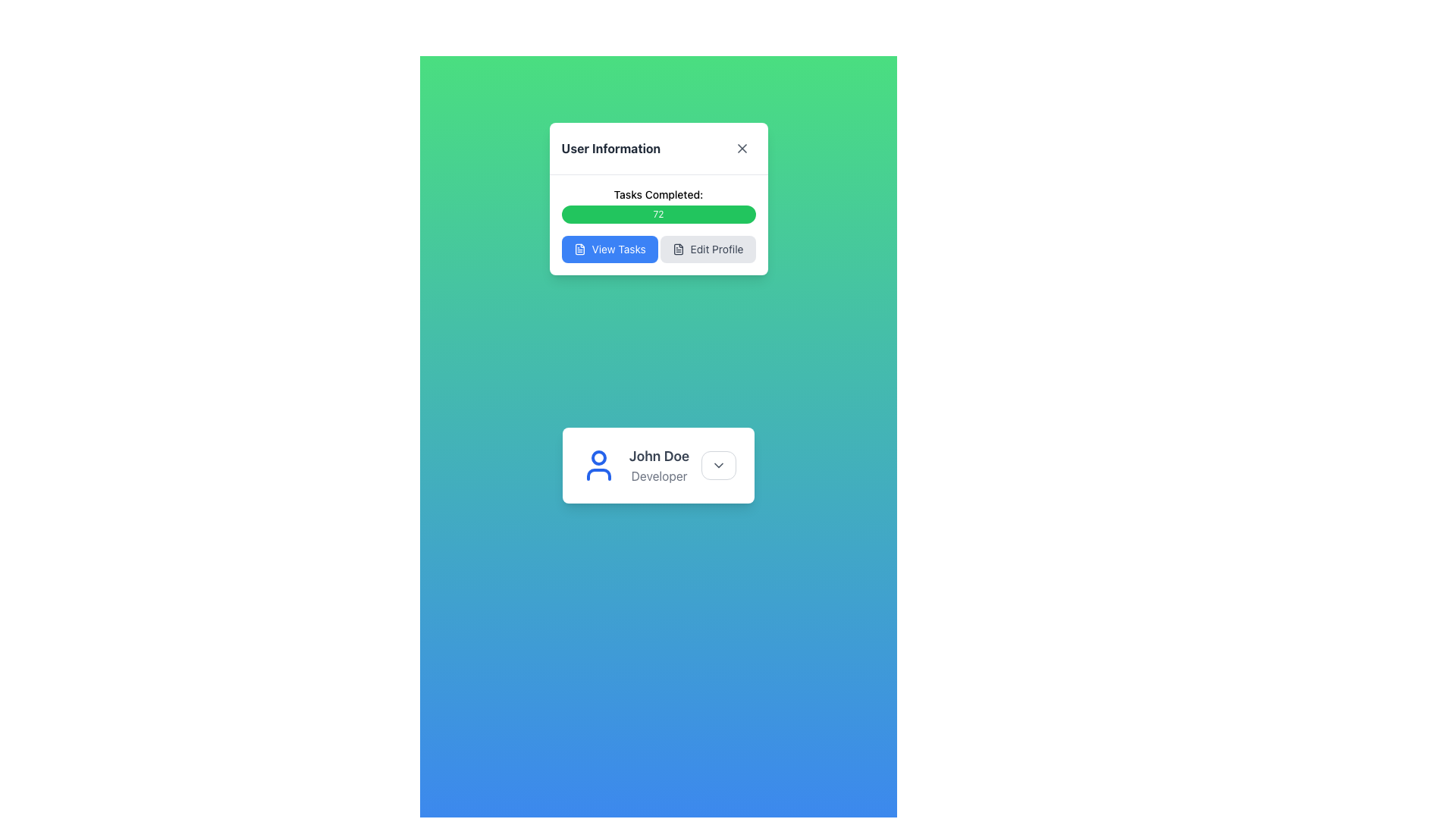 The image size is (1456, 819). I want to click on the 'Edit Profile' button located in the 'User Information' card, positioned below the heading 'Tasks Completed:' and above the 'View Tasks' button, so click(658, 225).